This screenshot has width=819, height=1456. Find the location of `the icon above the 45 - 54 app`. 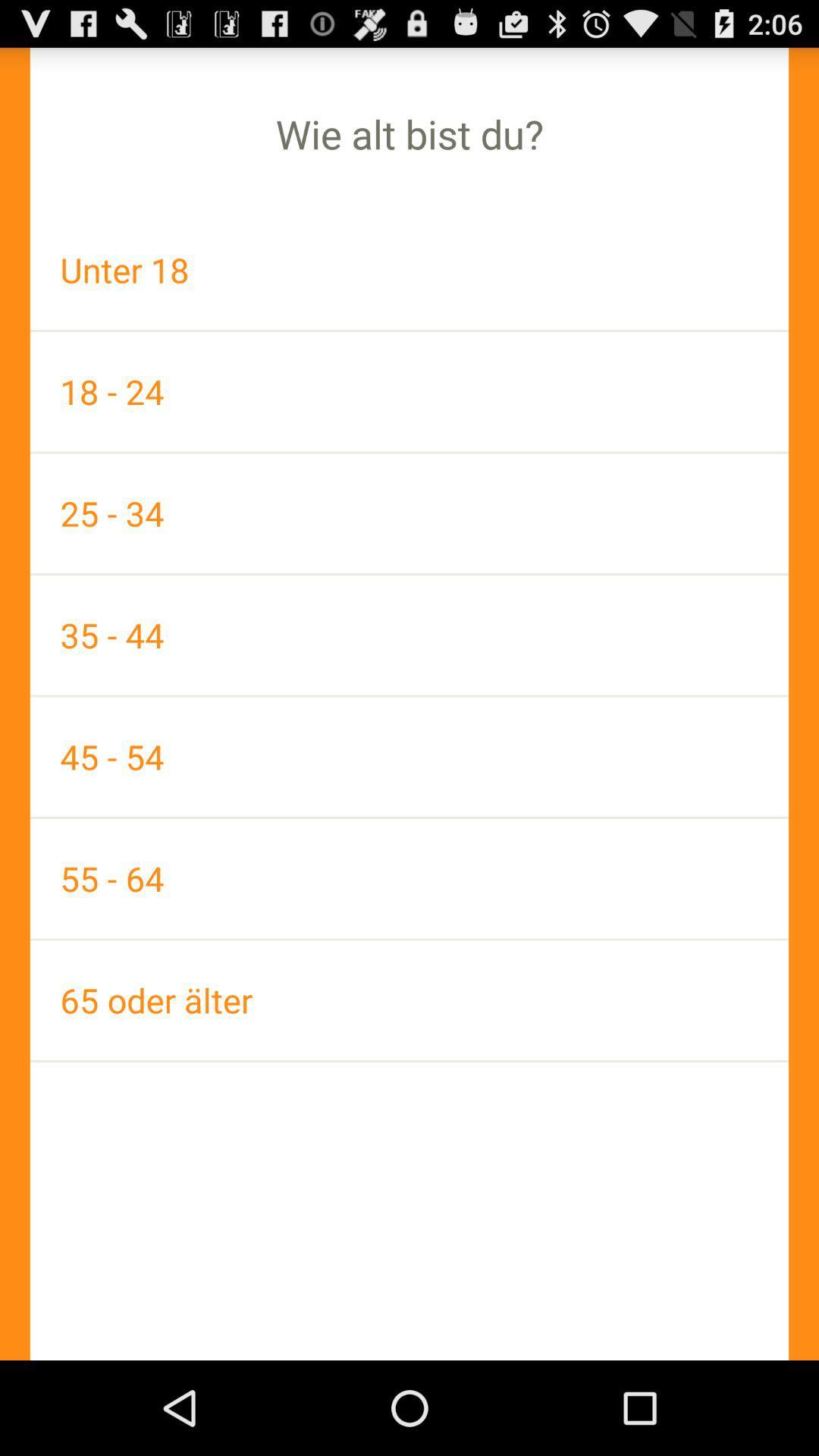

the icon above the 45 - 54 app is located at coordinates (409, 635).